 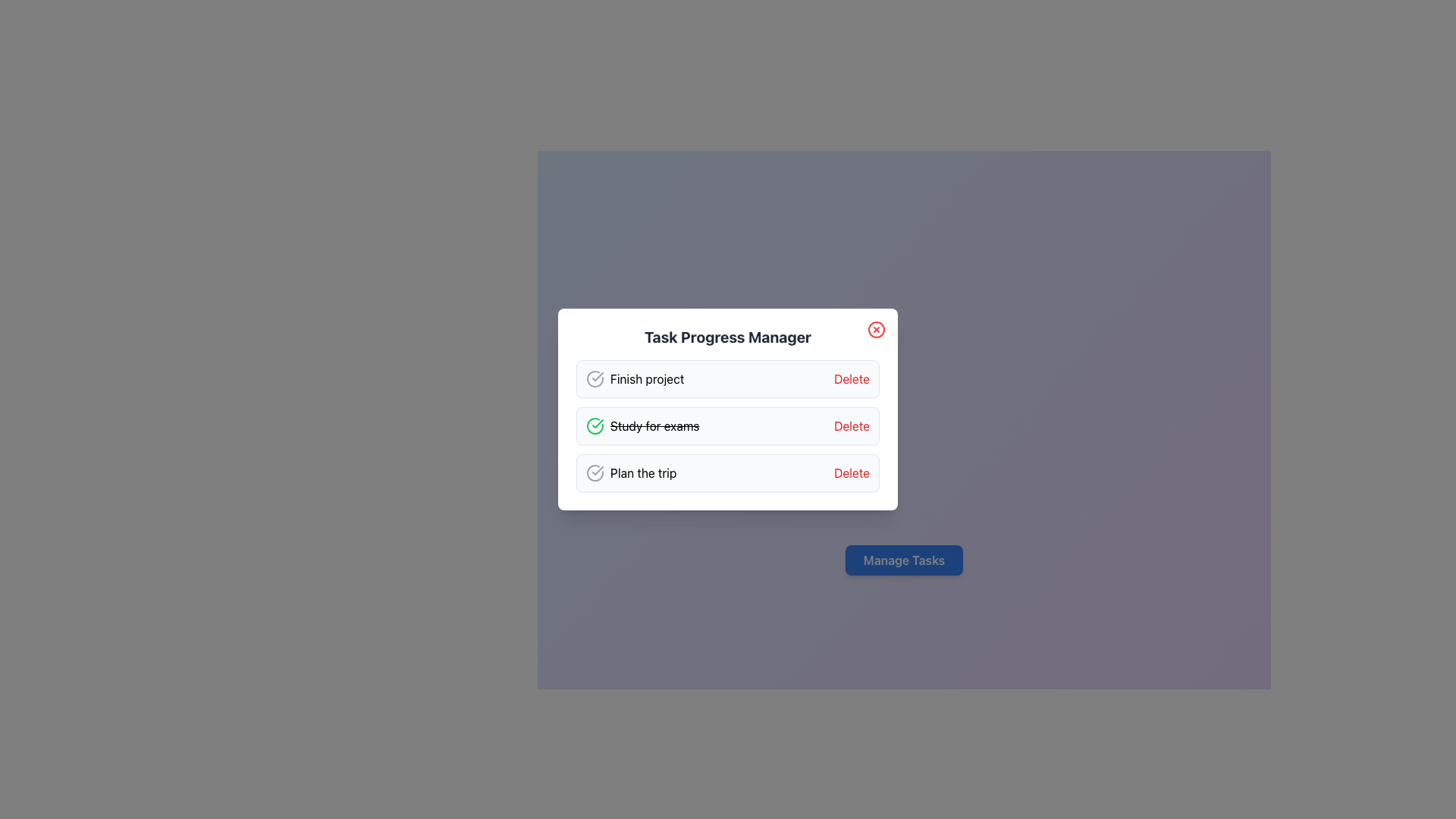 What do you see at coordinates (631, 472) in the screenshot?
I see `the task entry labeled 'Plan the trip' in the task management interface, which is the third entry in the list` at bounding box center [631, 472].